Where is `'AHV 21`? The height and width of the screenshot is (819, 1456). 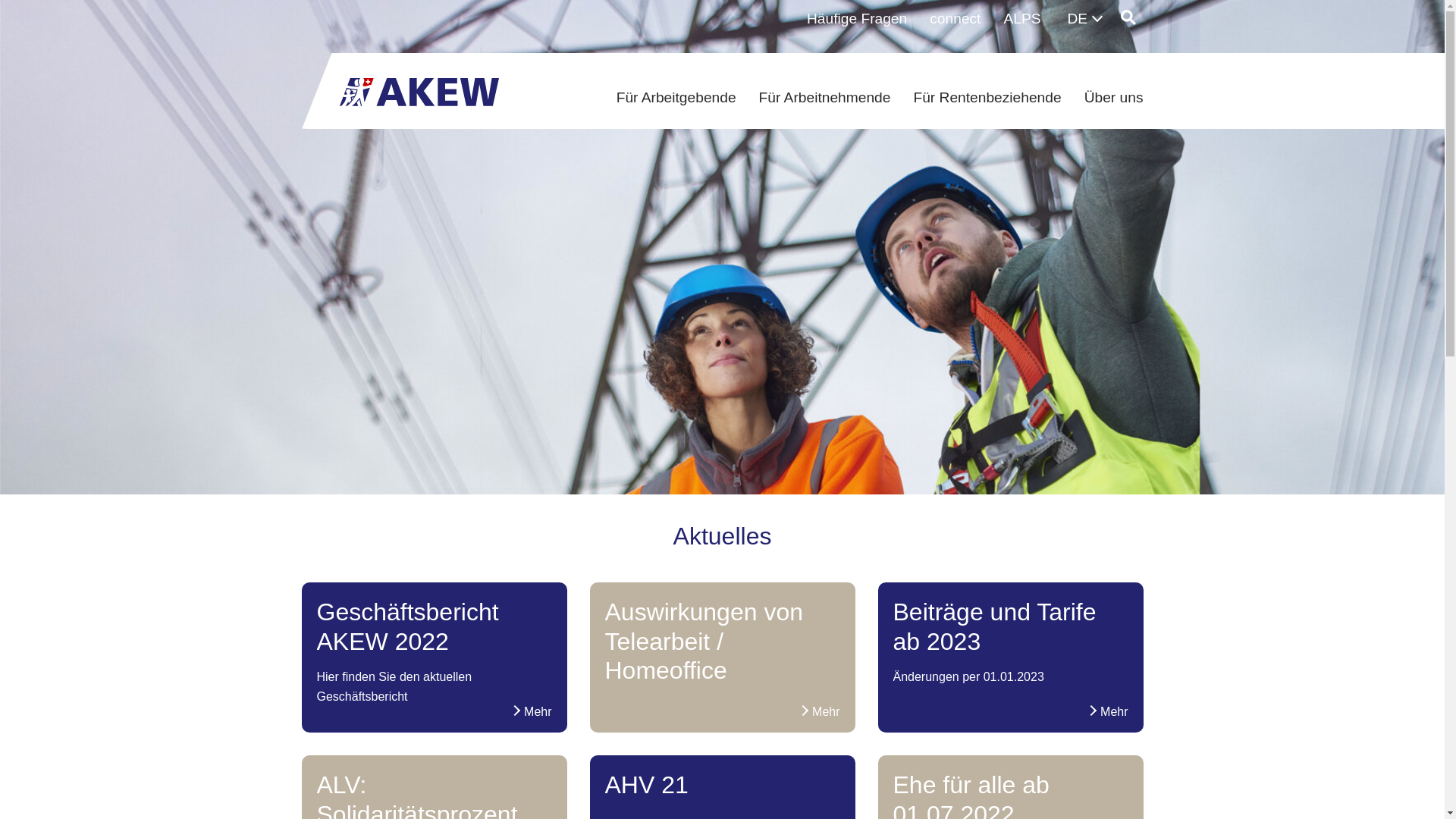
'AHV 21 is located at coordinates (722, 789).